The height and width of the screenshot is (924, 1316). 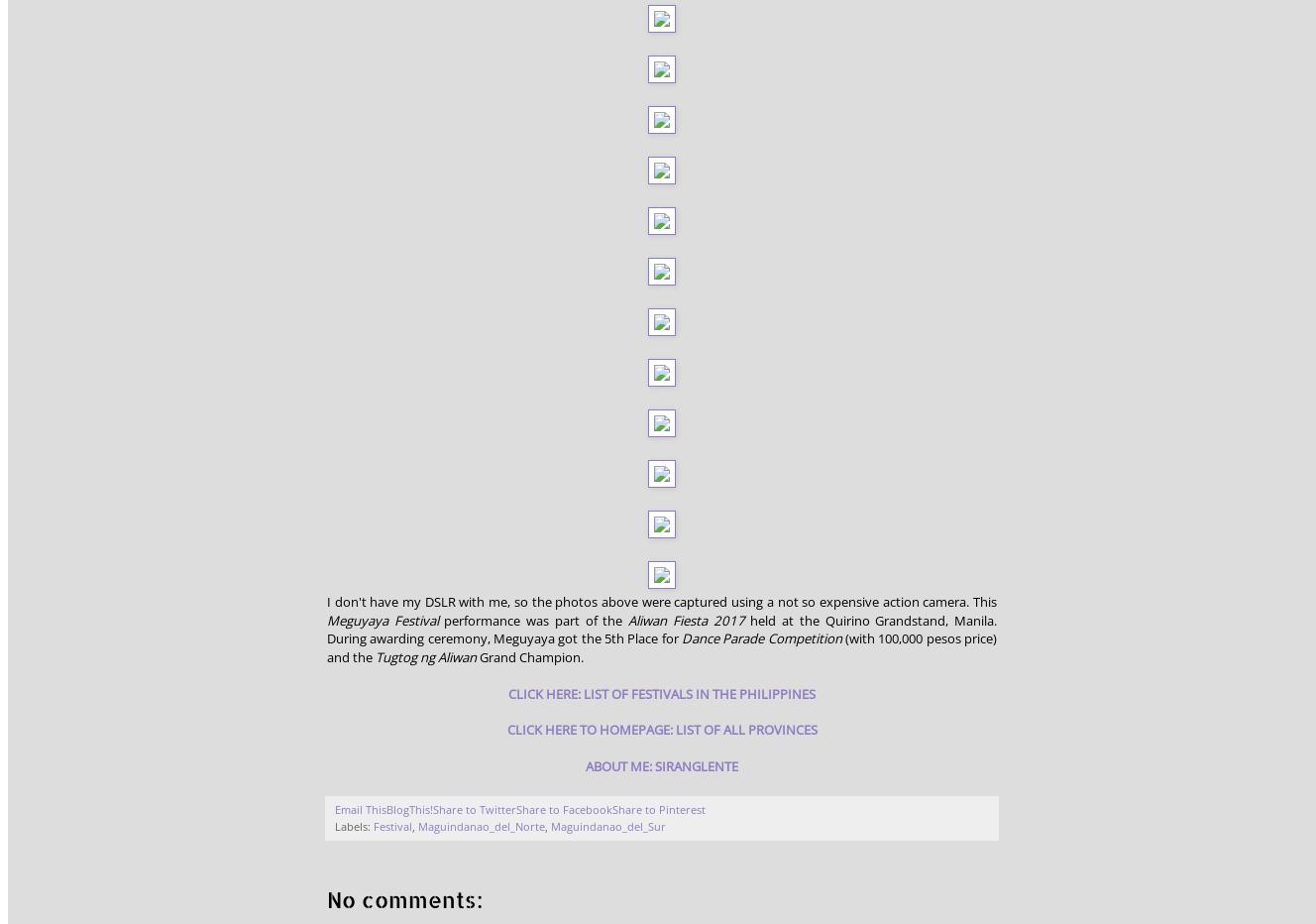 I want to click on 'Grand Champion.', so click(x=530, y=655).